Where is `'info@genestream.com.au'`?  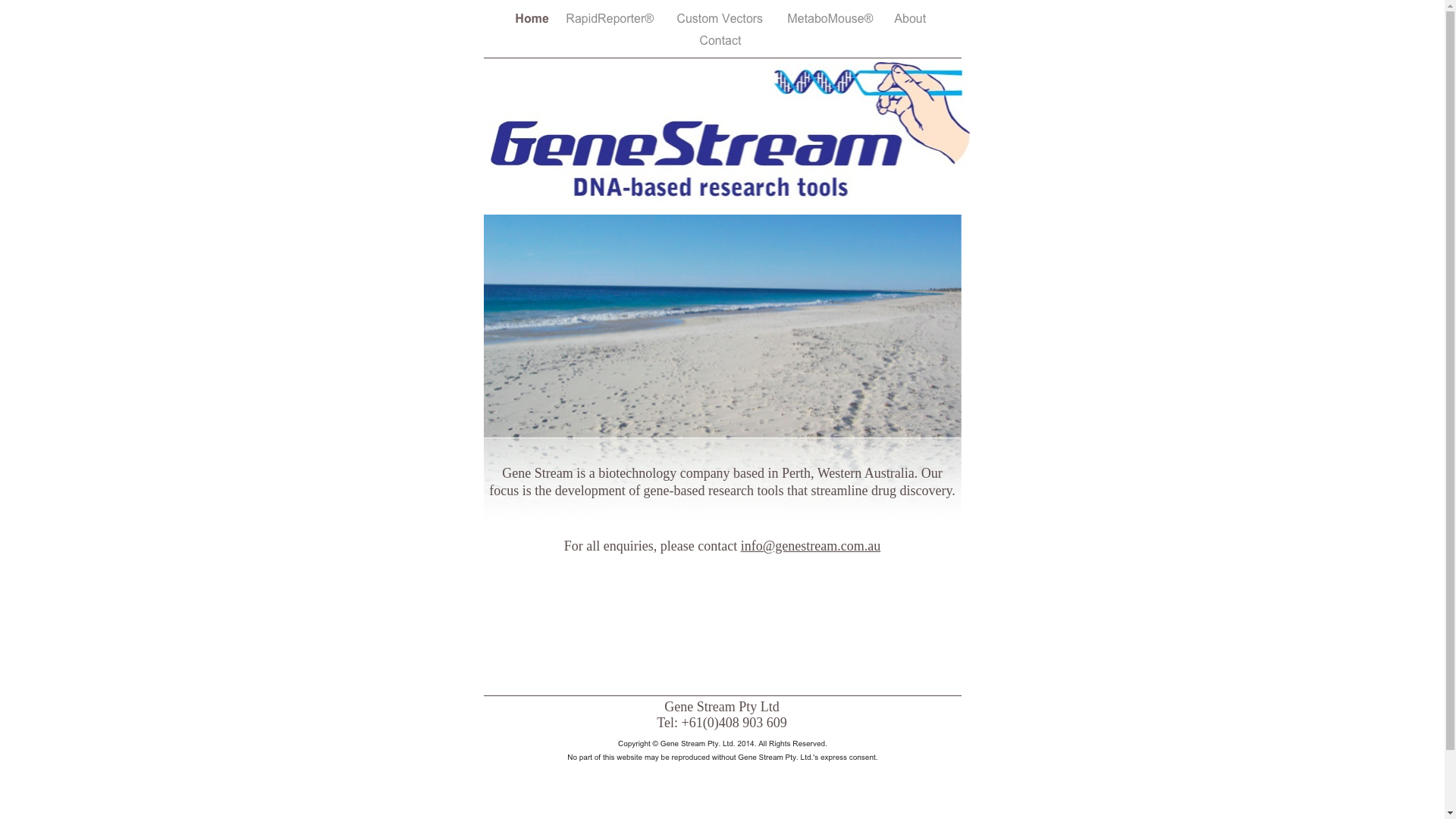 'info@genestream.com.au' is located at coordinates (810, 546).